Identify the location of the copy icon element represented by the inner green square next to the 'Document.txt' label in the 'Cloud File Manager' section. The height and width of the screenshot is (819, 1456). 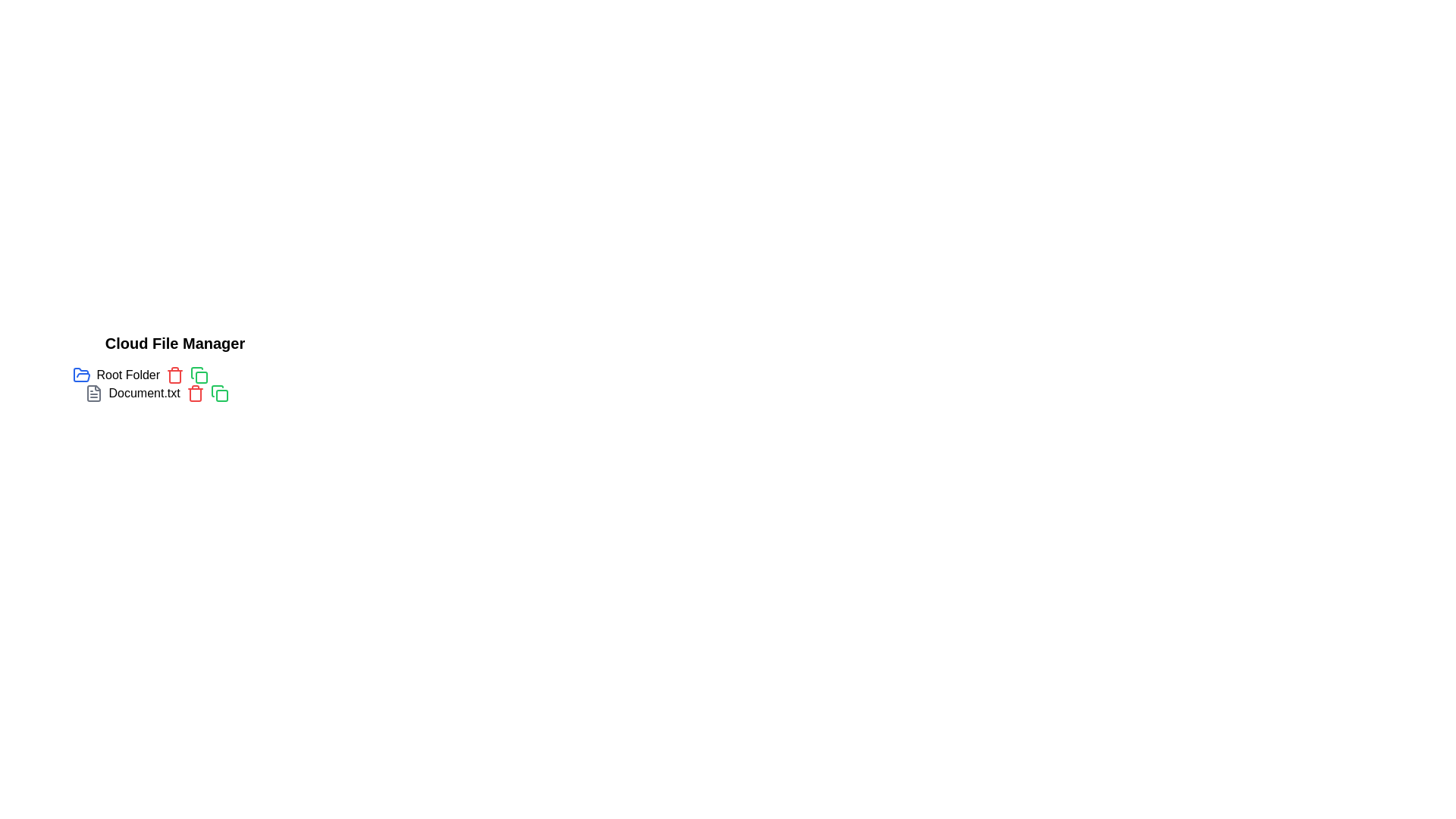
(221, 394).